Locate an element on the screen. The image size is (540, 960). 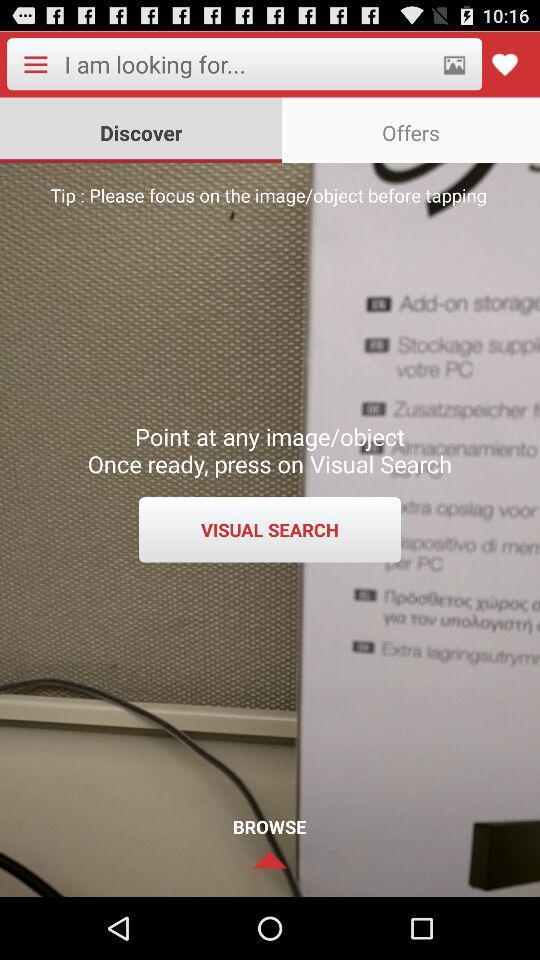
the arrow_upward icon is located at coordinates (269, 920).